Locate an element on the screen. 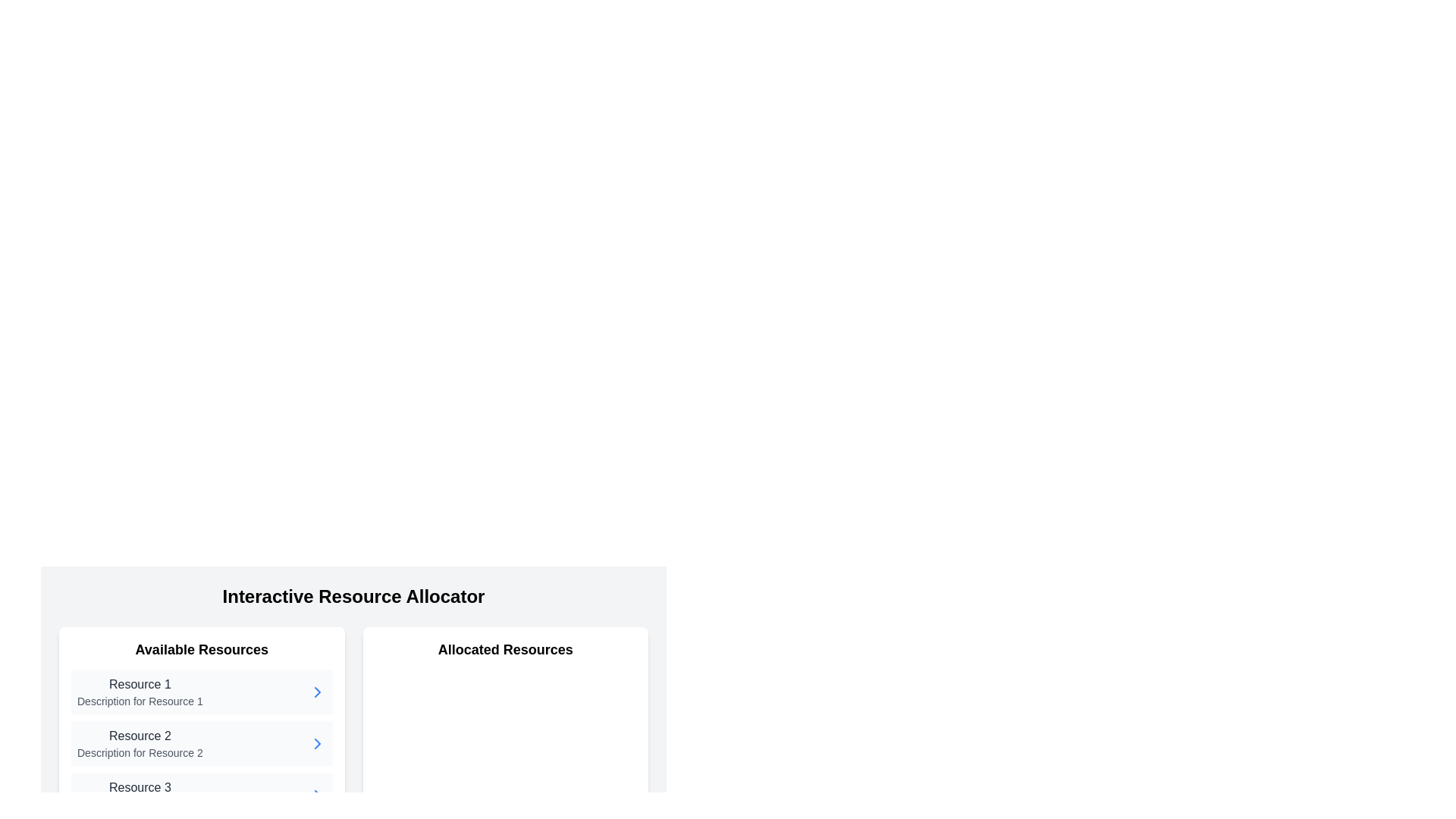  the text label reading 'Resource 3' in gray color, located at the bottom of the list under 'Available Resources' is located at coordinates (140, 786).